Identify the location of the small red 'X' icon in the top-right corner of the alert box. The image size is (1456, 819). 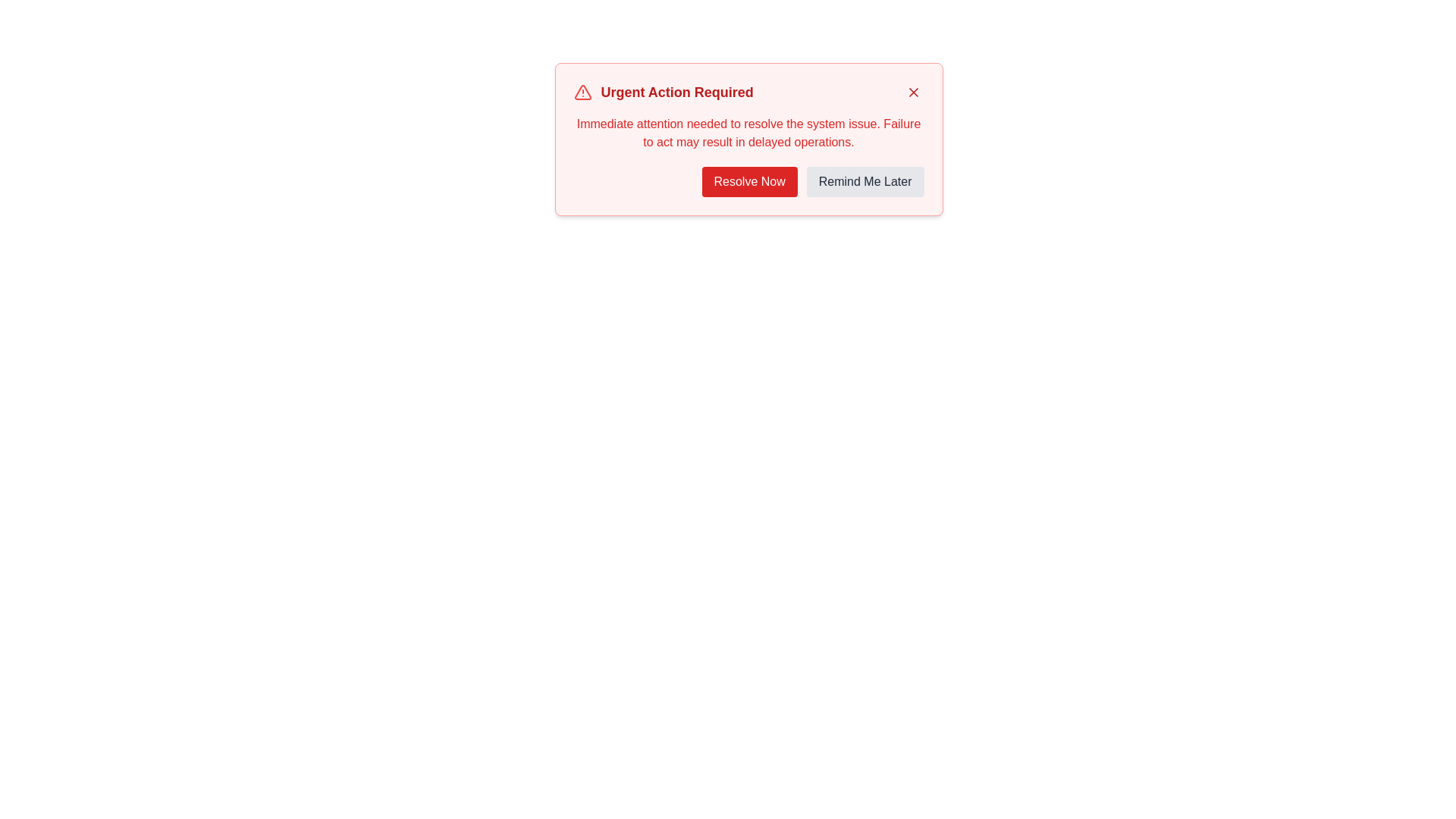
(912, 93).